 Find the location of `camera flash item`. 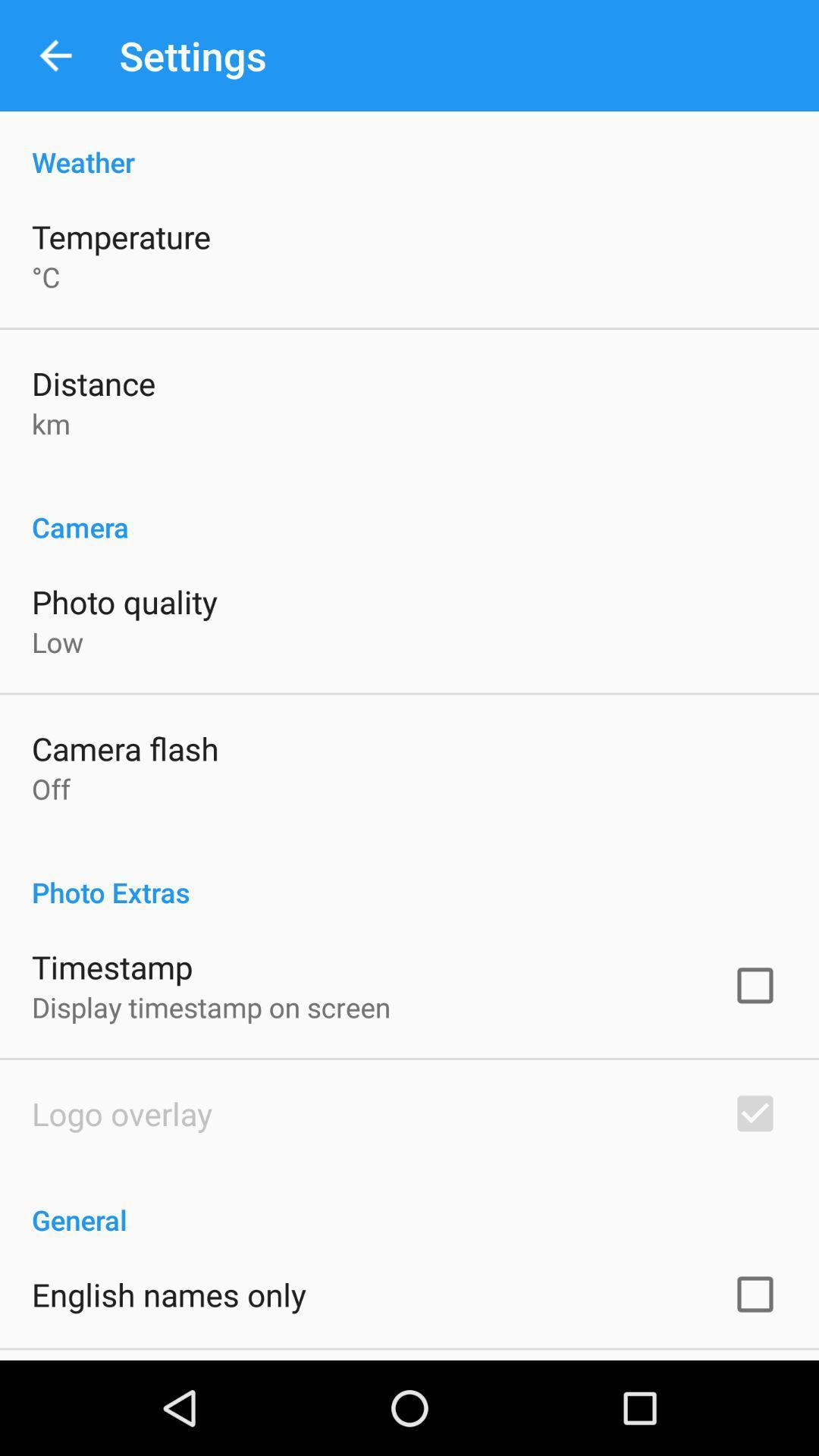

camera flash item is located at coordinates (124, 748).